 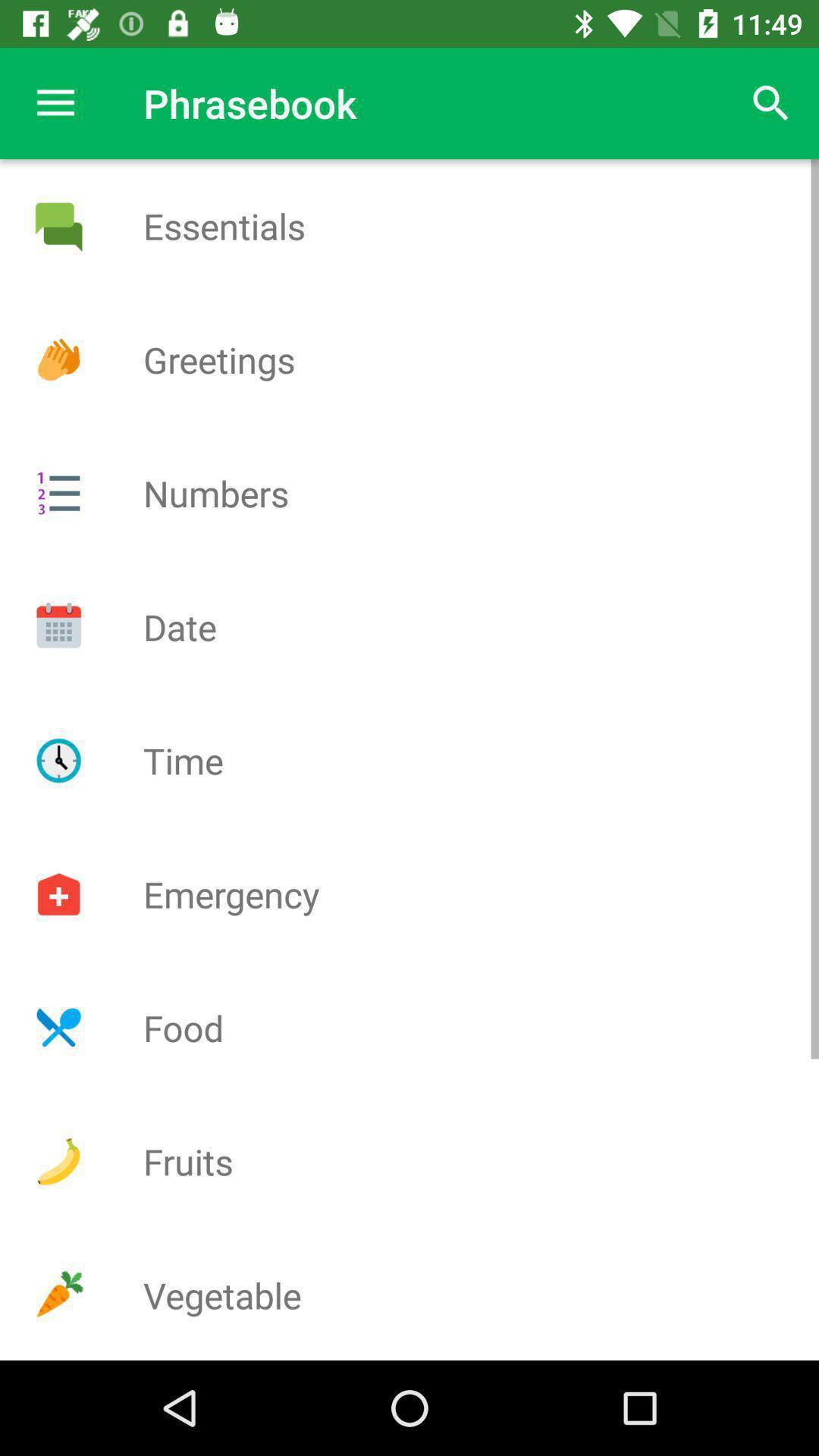 What do you see at coordinates (58, 626) in the screenshot?
I see `date` at bounding box center [58, 626].